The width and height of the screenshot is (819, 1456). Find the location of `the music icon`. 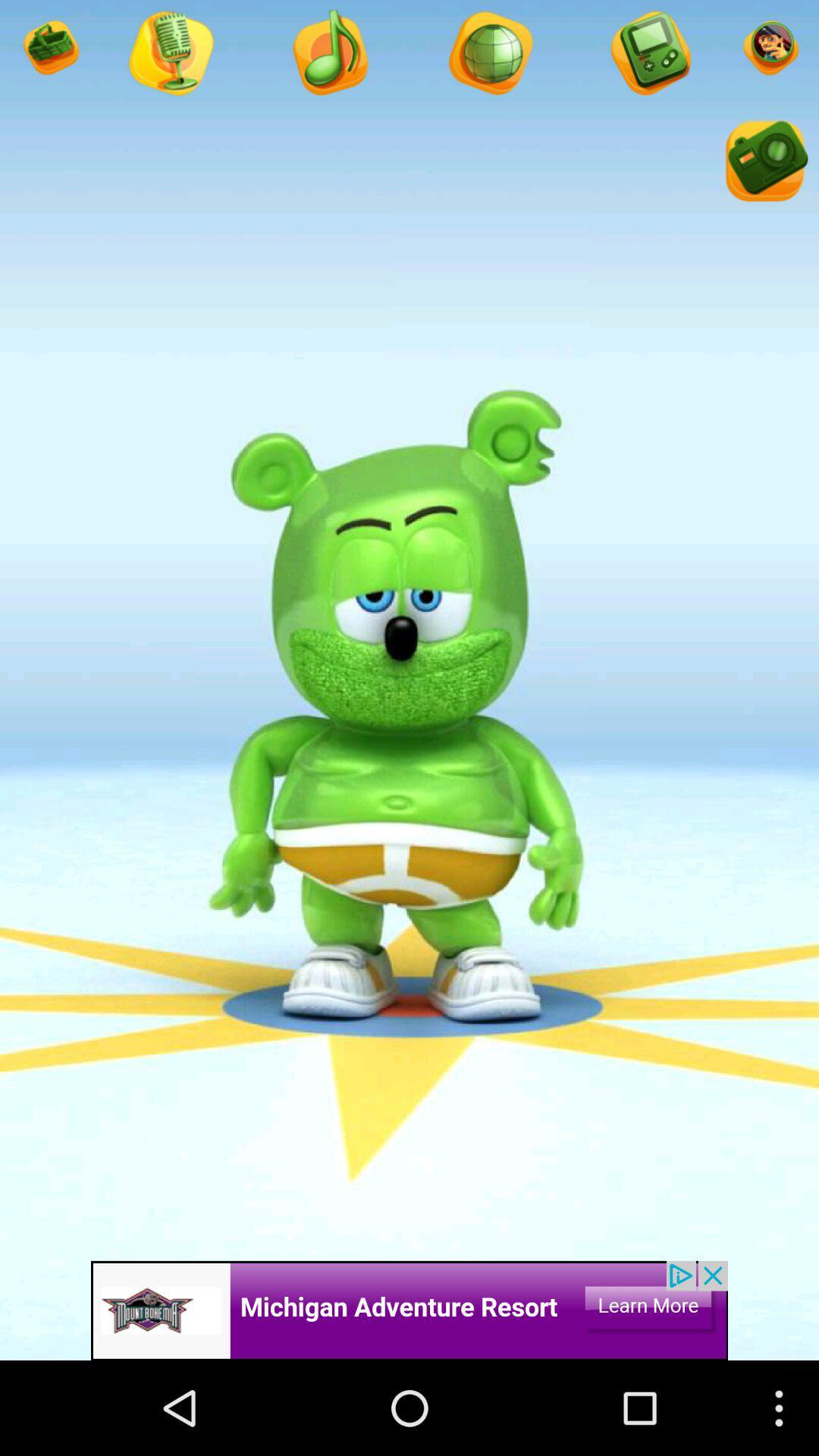

the music icon is located at coordinates (328, 58).